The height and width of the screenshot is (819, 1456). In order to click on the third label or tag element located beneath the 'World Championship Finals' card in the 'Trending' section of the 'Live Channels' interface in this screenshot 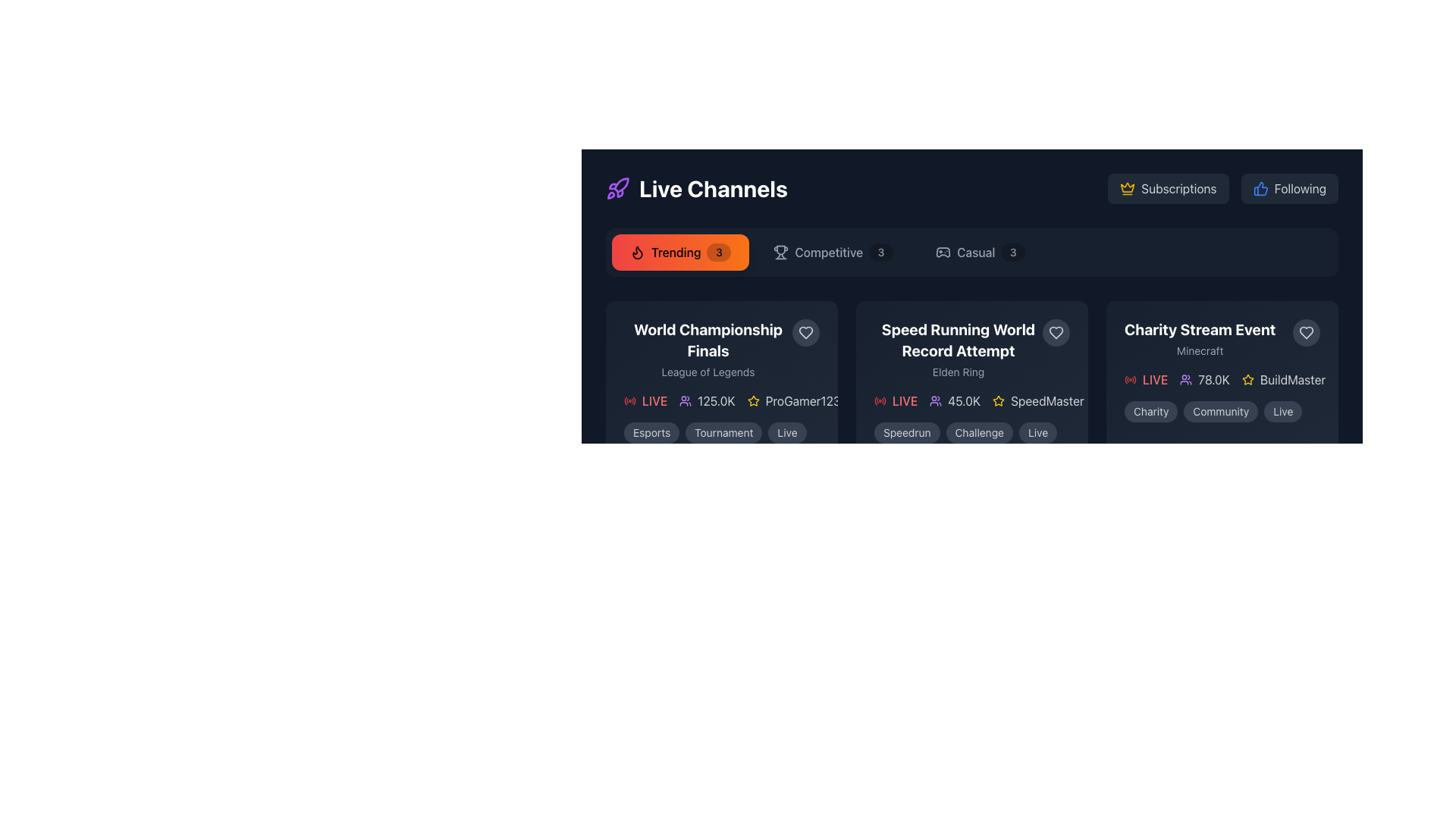, I will do `click(787, 432)`.